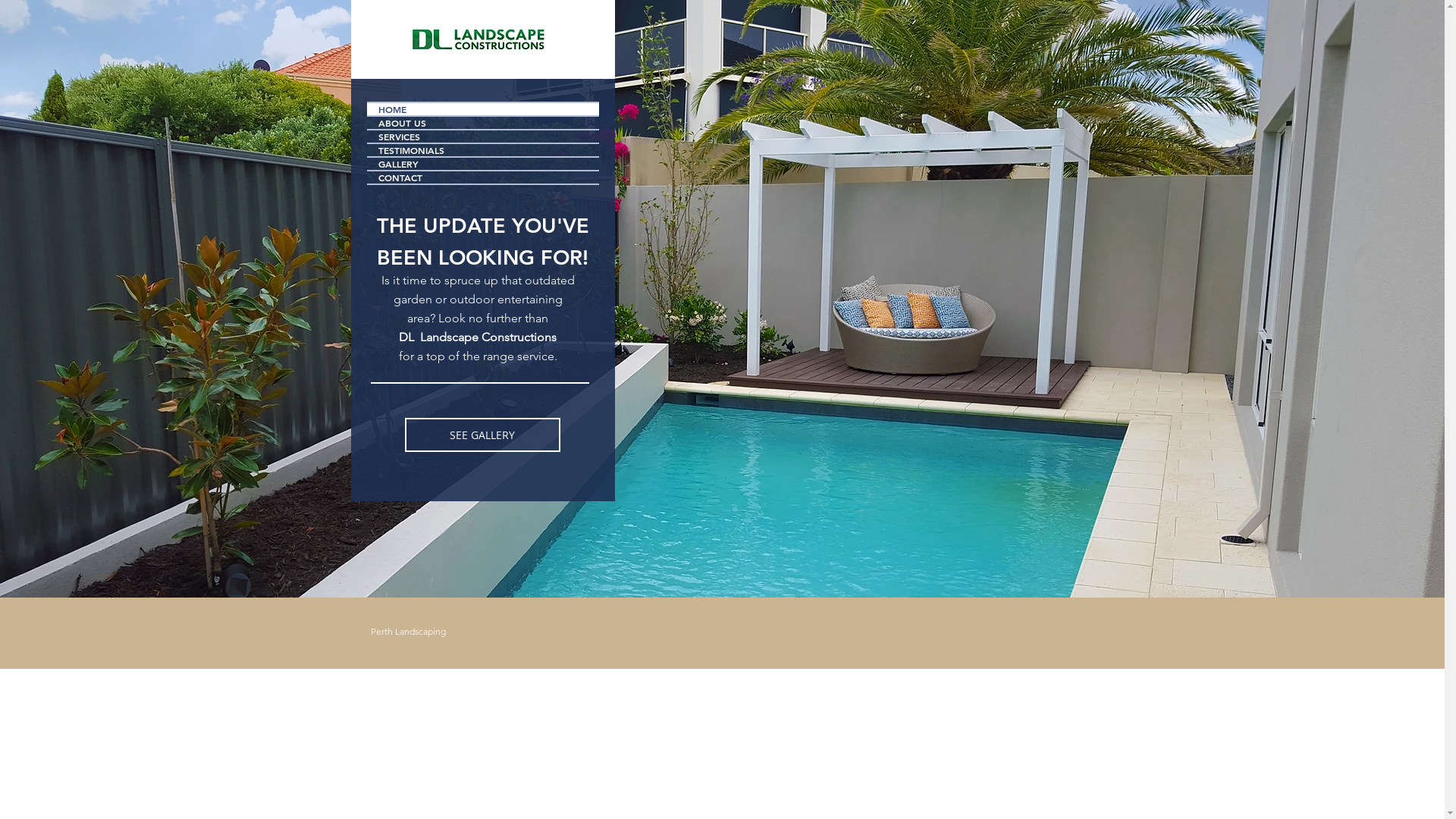 This screenshot has width=1456, height=819. What do you see at coordinates (482, 177) in the screenshot?
I see `'CONTACT'` at bounding box center [482, 177].